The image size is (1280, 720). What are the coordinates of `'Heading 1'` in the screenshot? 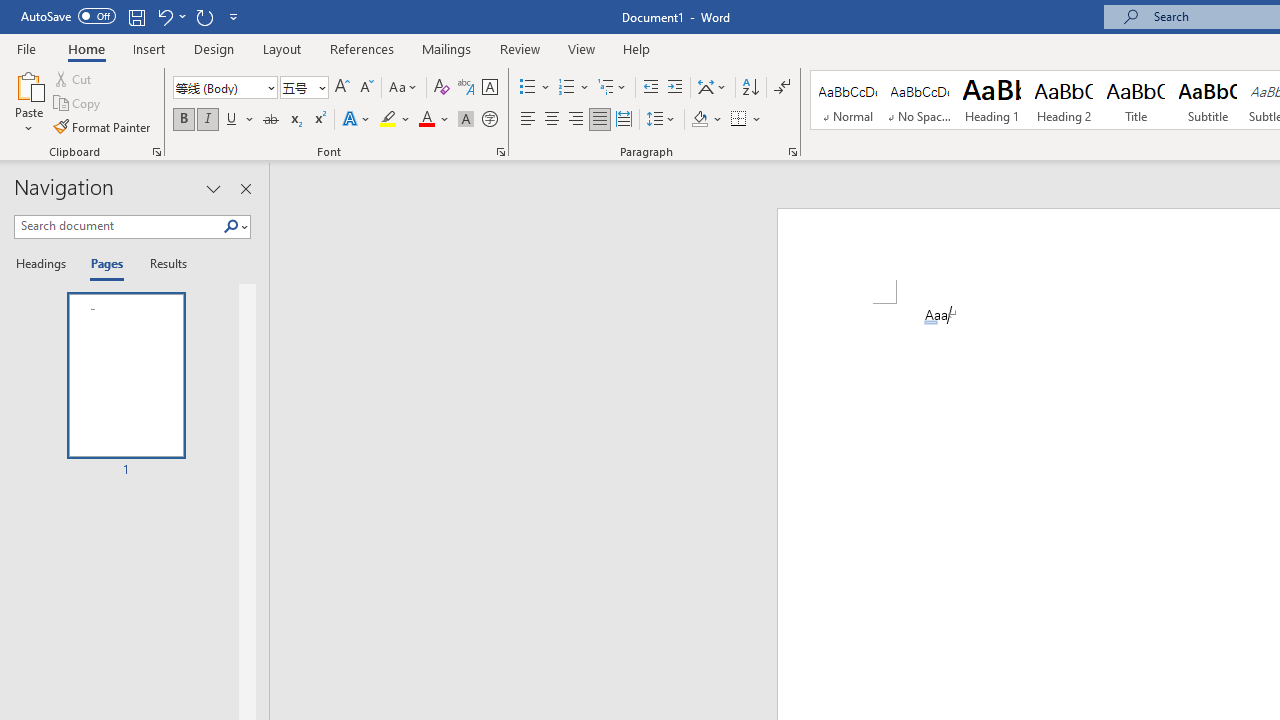 It's located at (992, 100).